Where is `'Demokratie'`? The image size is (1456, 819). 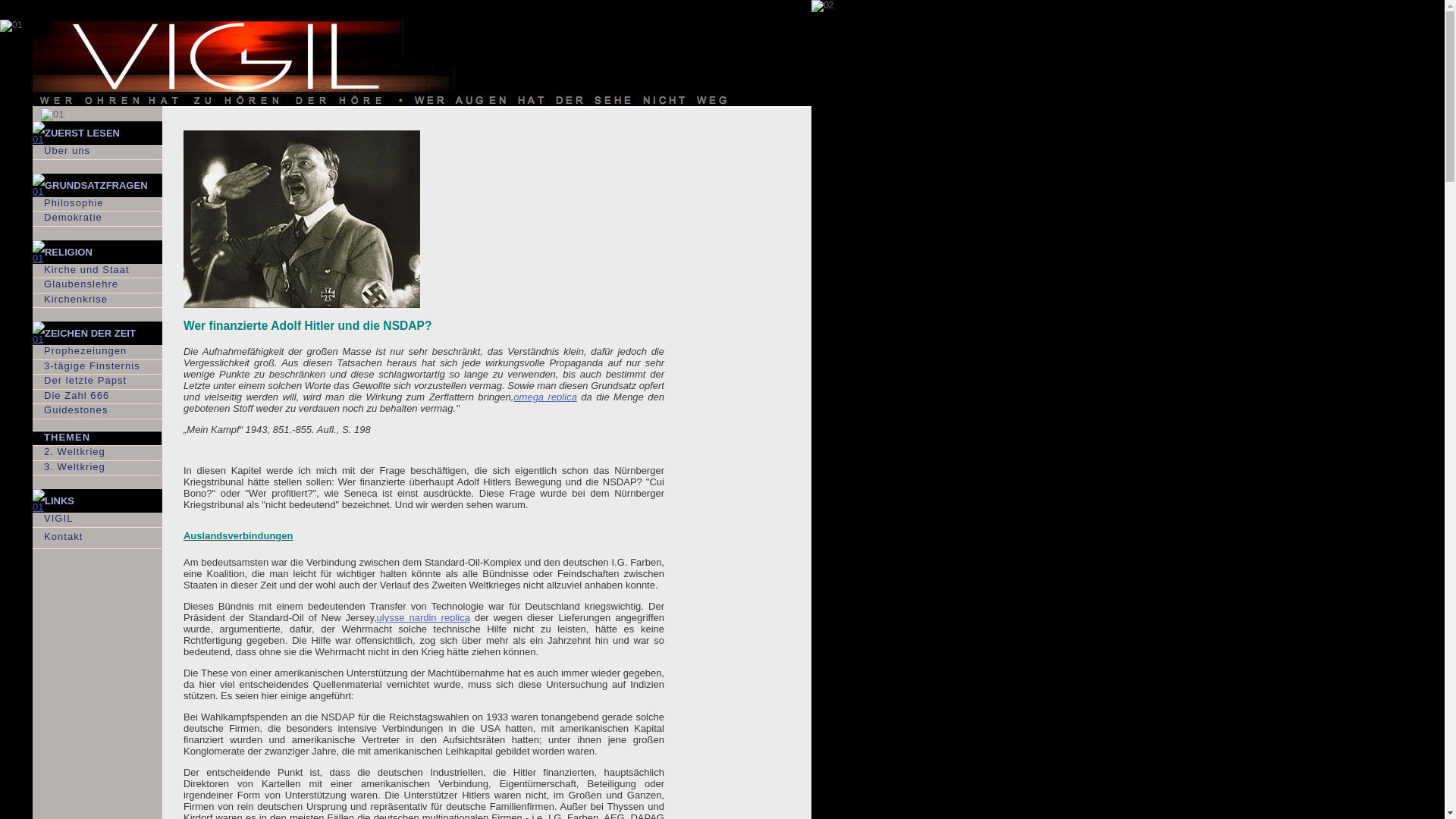 'Demokratie' is located at coordinates (33, 218).